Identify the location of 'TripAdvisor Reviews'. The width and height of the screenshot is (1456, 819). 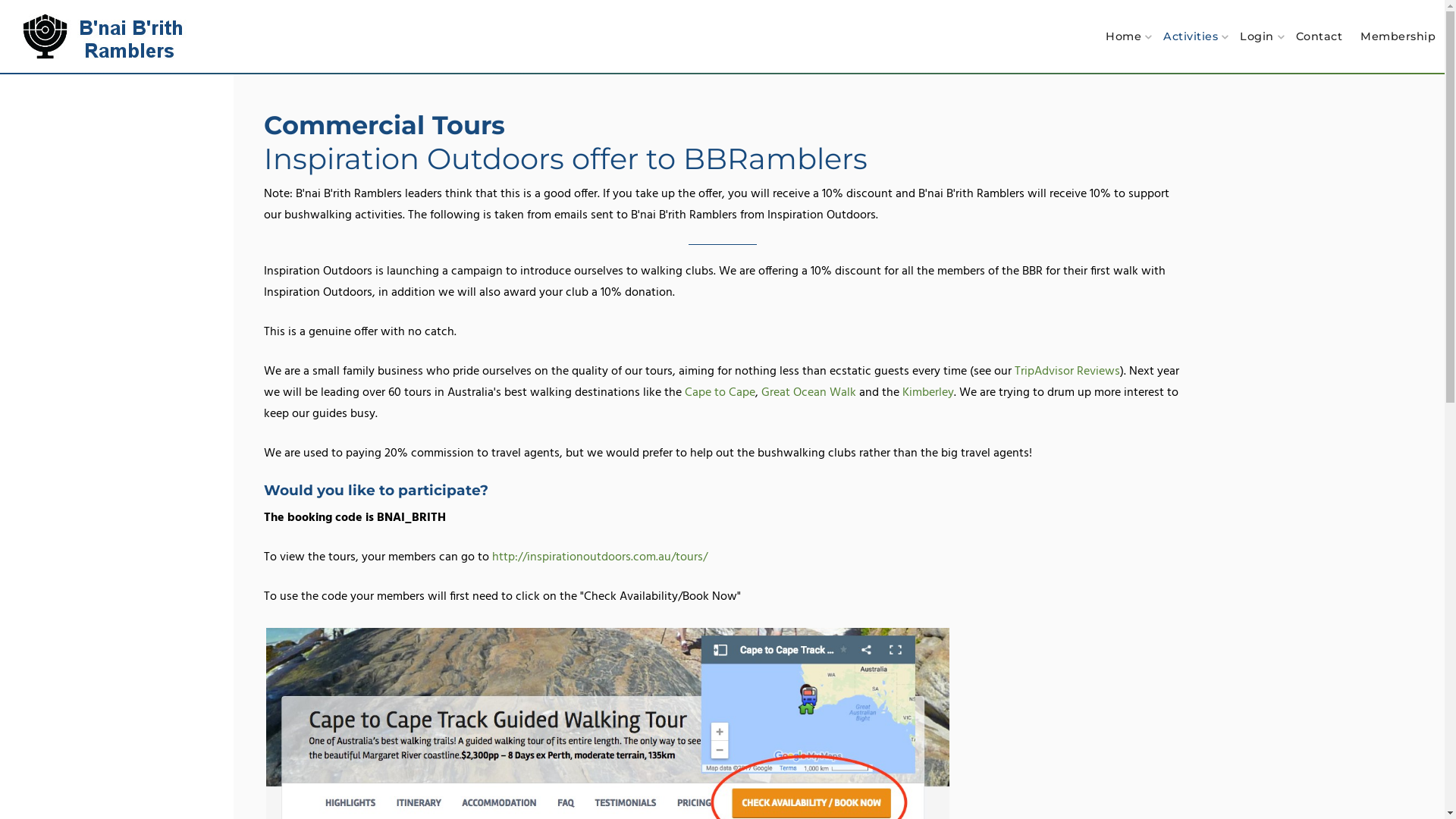
(1066, 371).